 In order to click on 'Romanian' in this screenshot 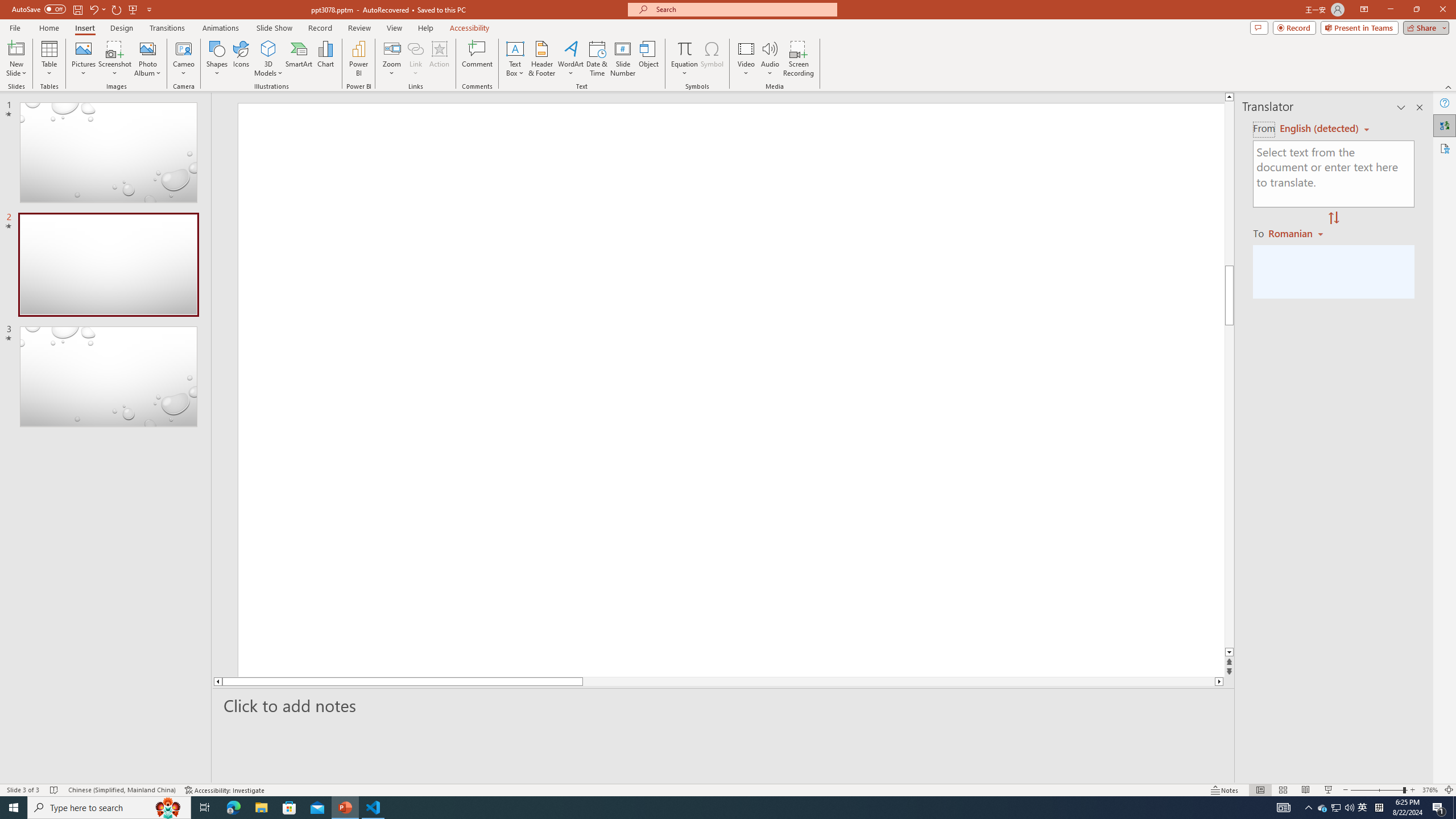, I will do `click(1296, 233)`.